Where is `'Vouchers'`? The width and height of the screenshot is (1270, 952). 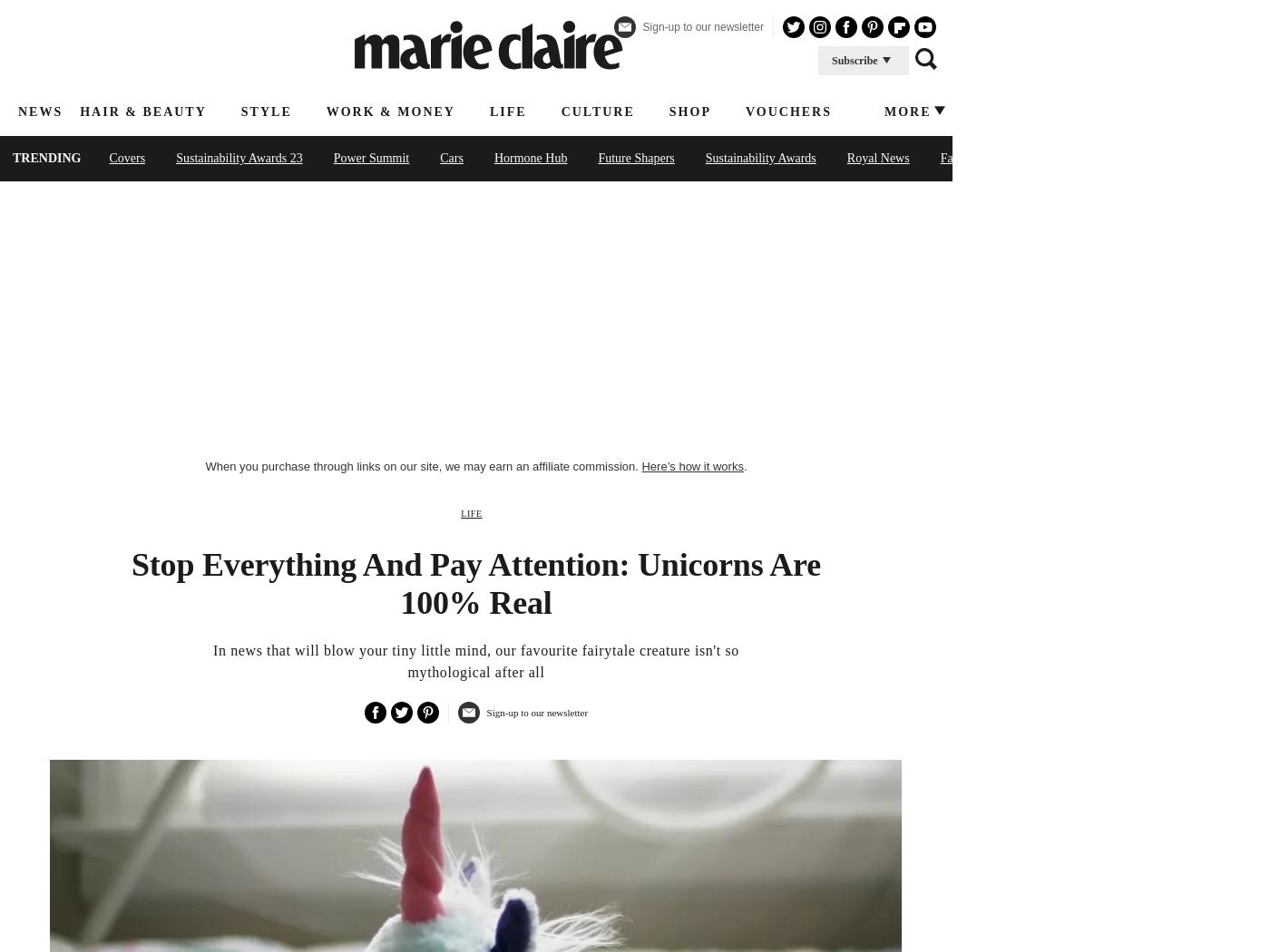 'Vouchers' is located at coordinates (787, 111).